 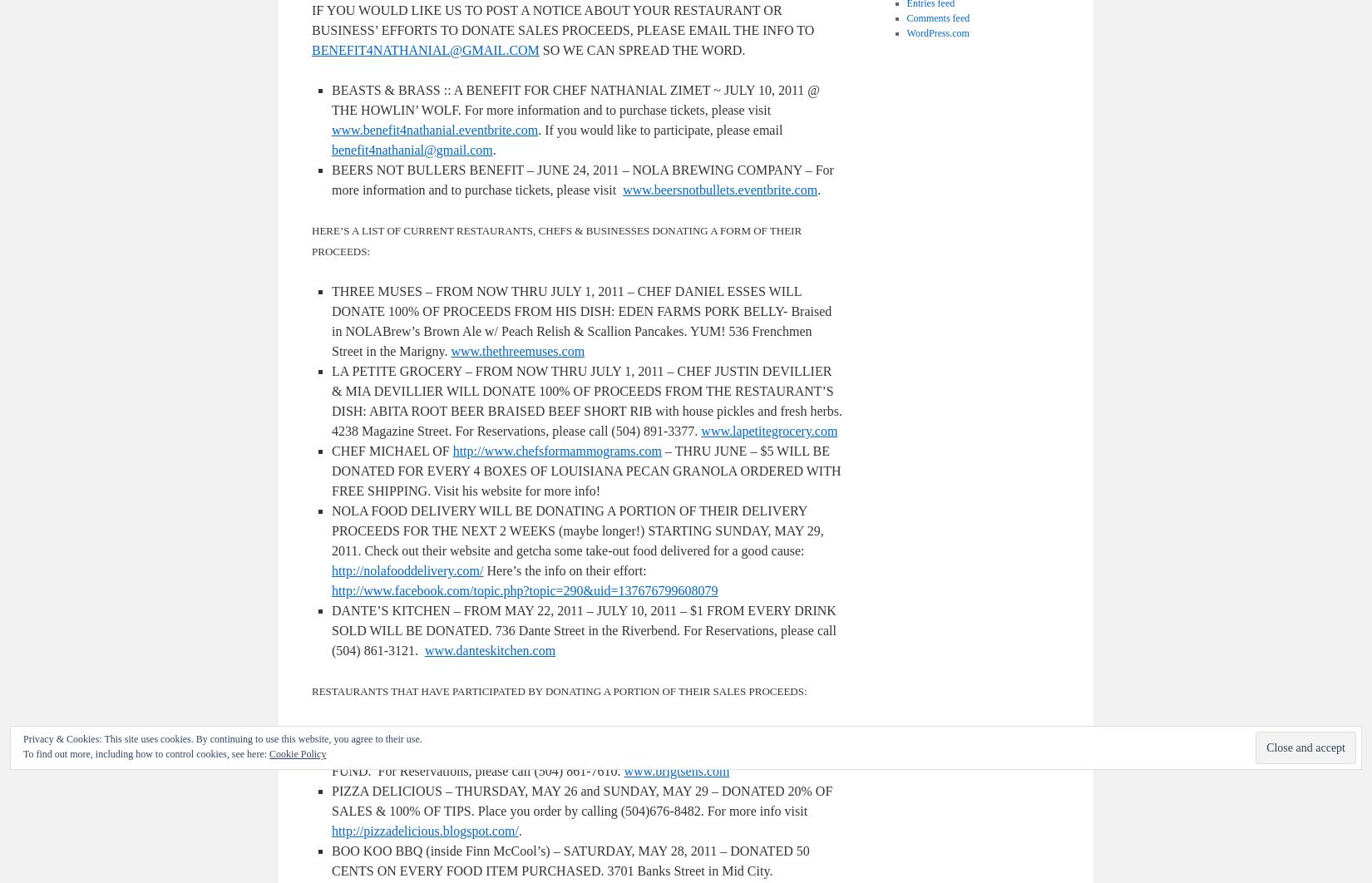 What do you see at coordinates (555, 240) in the screenshot?
I see `'HERE’S A LIST OF CURRENT RESTAURANTS, CHEFS & BUSINESSES DONATING A FORM OF THEIR PROCEEDS:'` at bounding box center [555, 240].